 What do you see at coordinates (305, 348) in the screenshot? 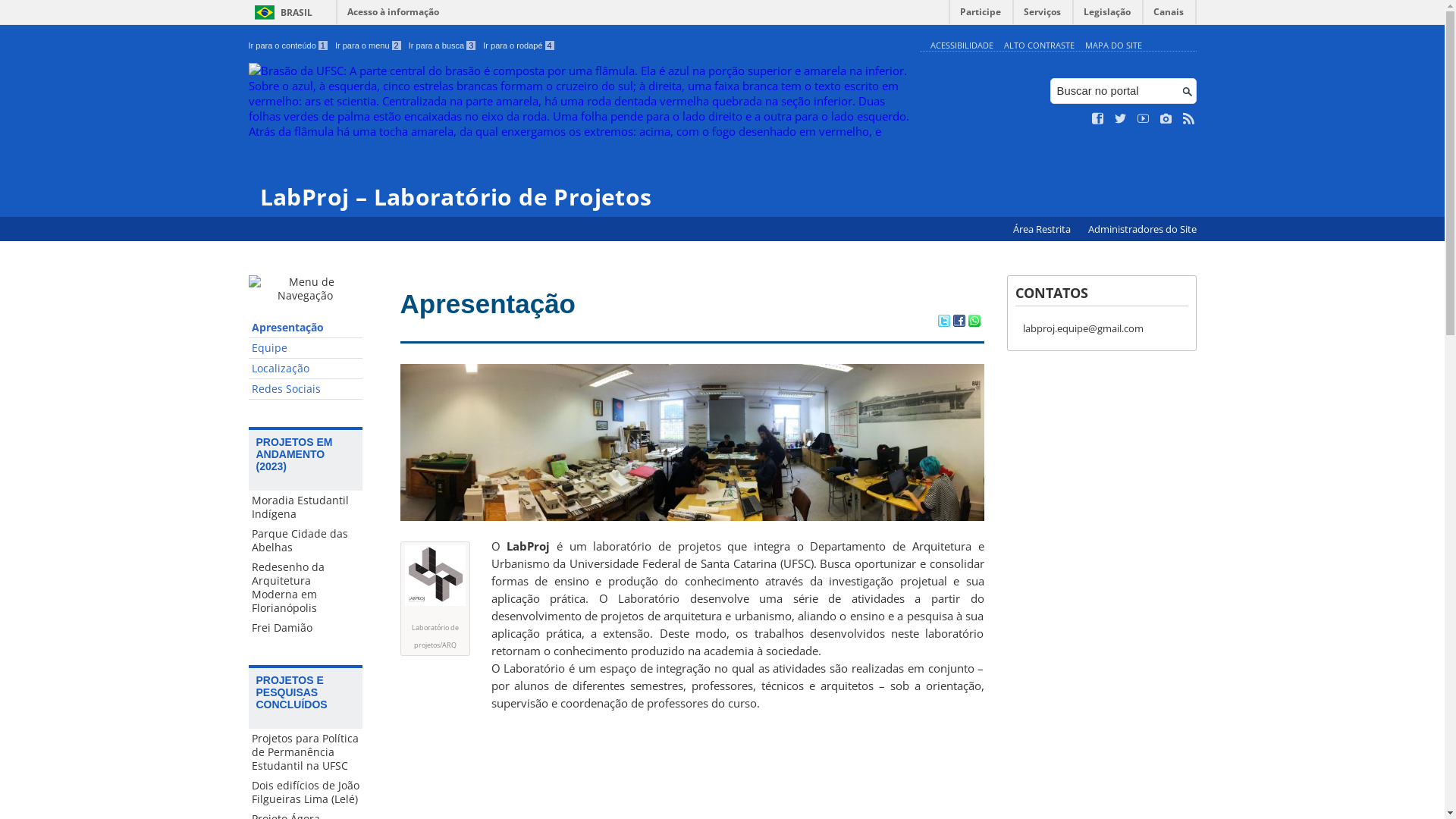
I see `'Equipe'` at bounding box center [305, 348].